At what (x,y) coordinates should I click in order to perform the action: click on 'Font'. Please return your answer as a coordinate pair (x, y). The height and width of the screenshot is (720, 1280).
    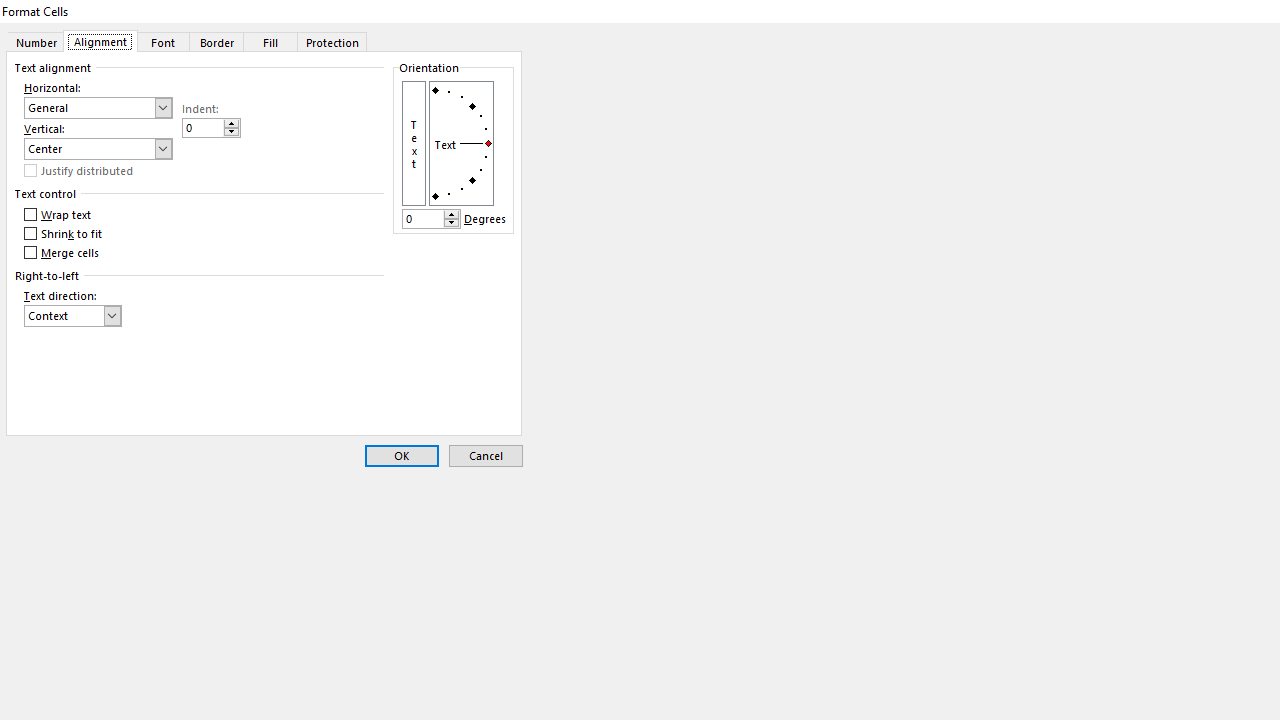
    Looking at the image, I should click on (162, 41).